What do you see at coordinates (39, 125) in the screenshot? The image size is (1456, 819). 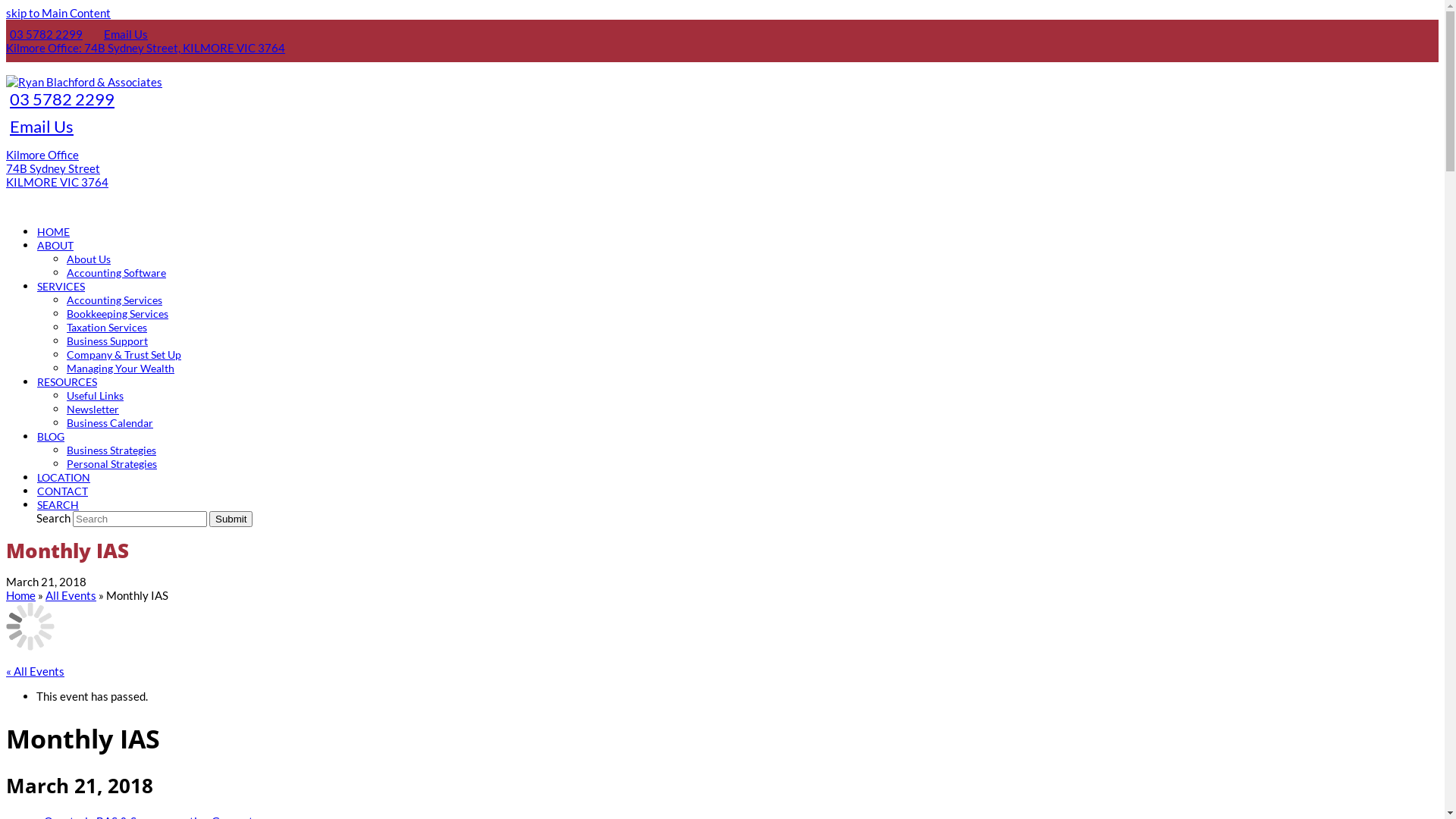 I see `'Email Us'` at bounding box center [39, 125].